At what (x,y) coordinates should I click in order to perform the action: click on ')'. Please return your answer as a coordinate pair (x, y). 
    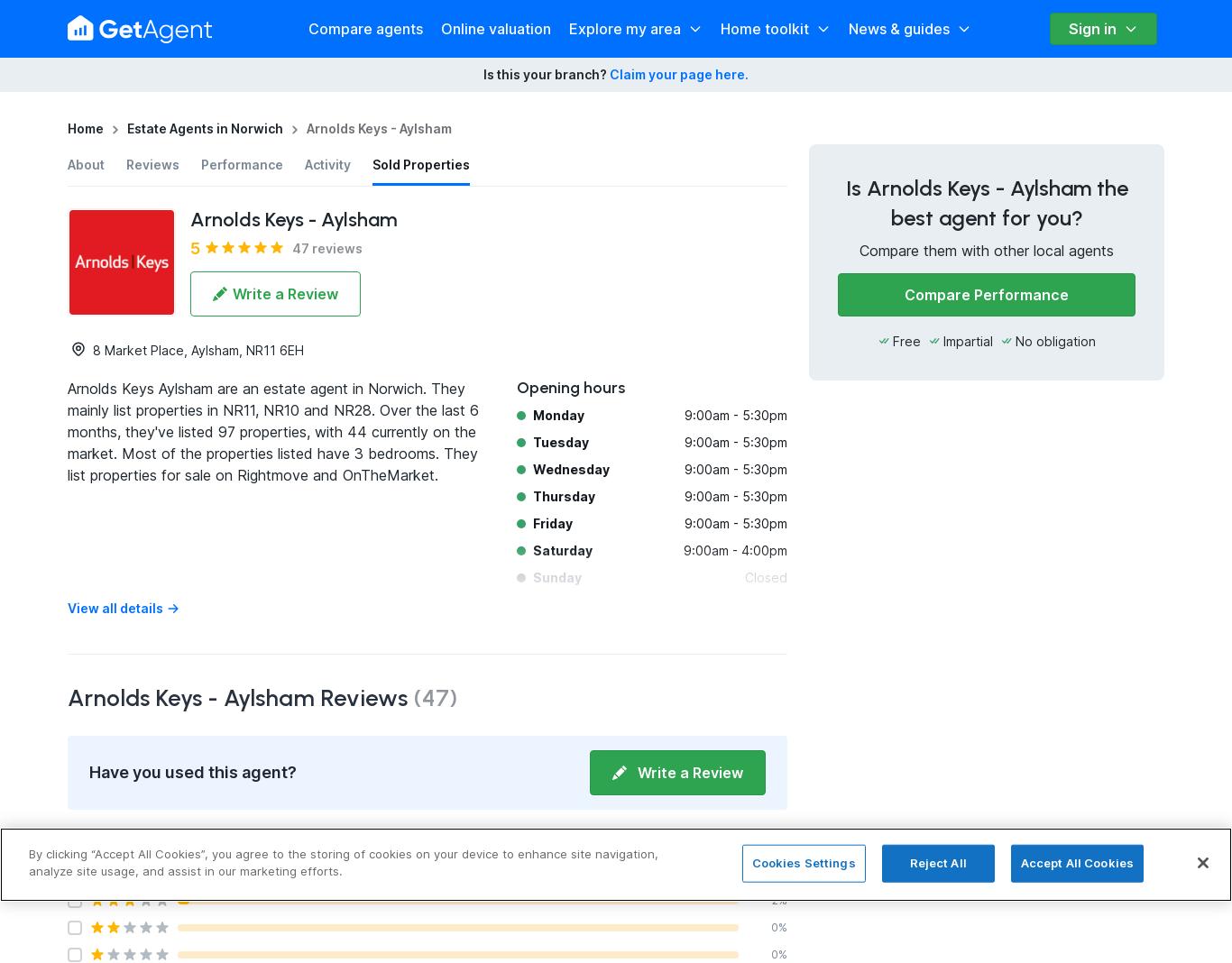
    Looking at the image, I should click on (453, 697).